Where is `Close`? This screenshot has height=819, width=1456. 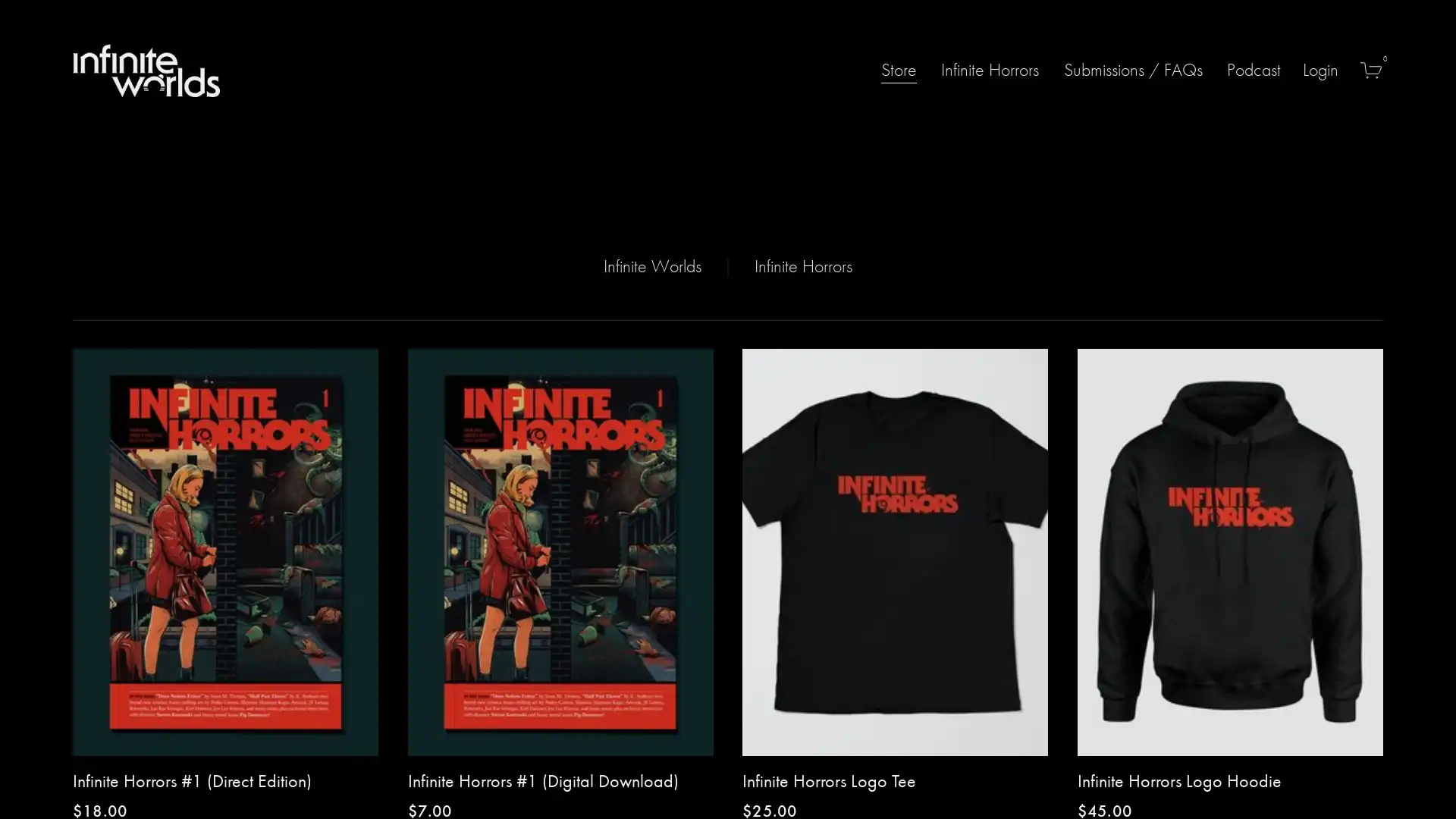 Close is located at coordinates (938, 275).